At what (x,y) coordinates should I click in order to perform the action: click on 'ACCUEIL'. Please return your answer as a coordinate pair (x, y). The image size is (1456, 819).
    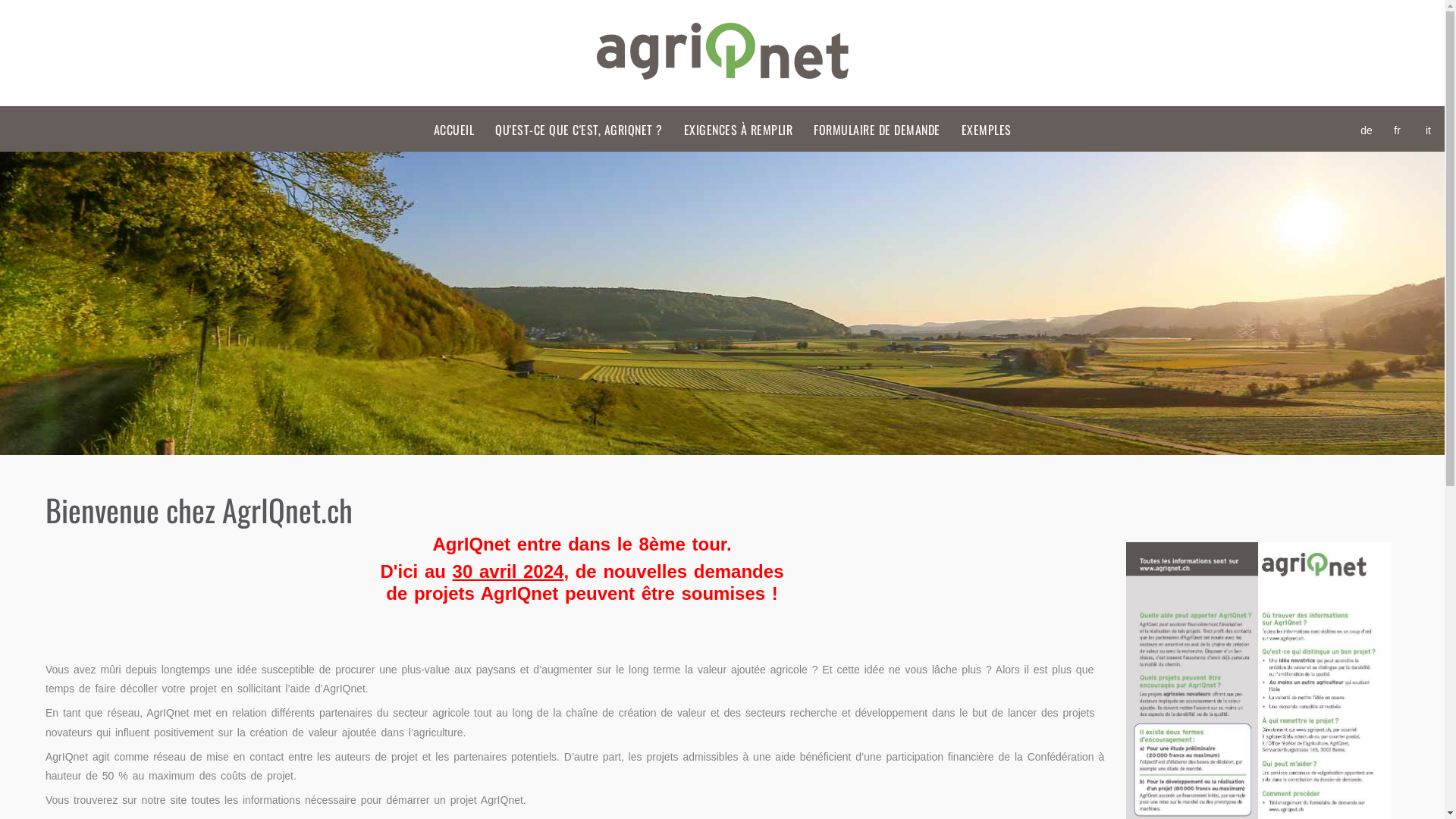
    Looking at the image, I should click on (453, 128).